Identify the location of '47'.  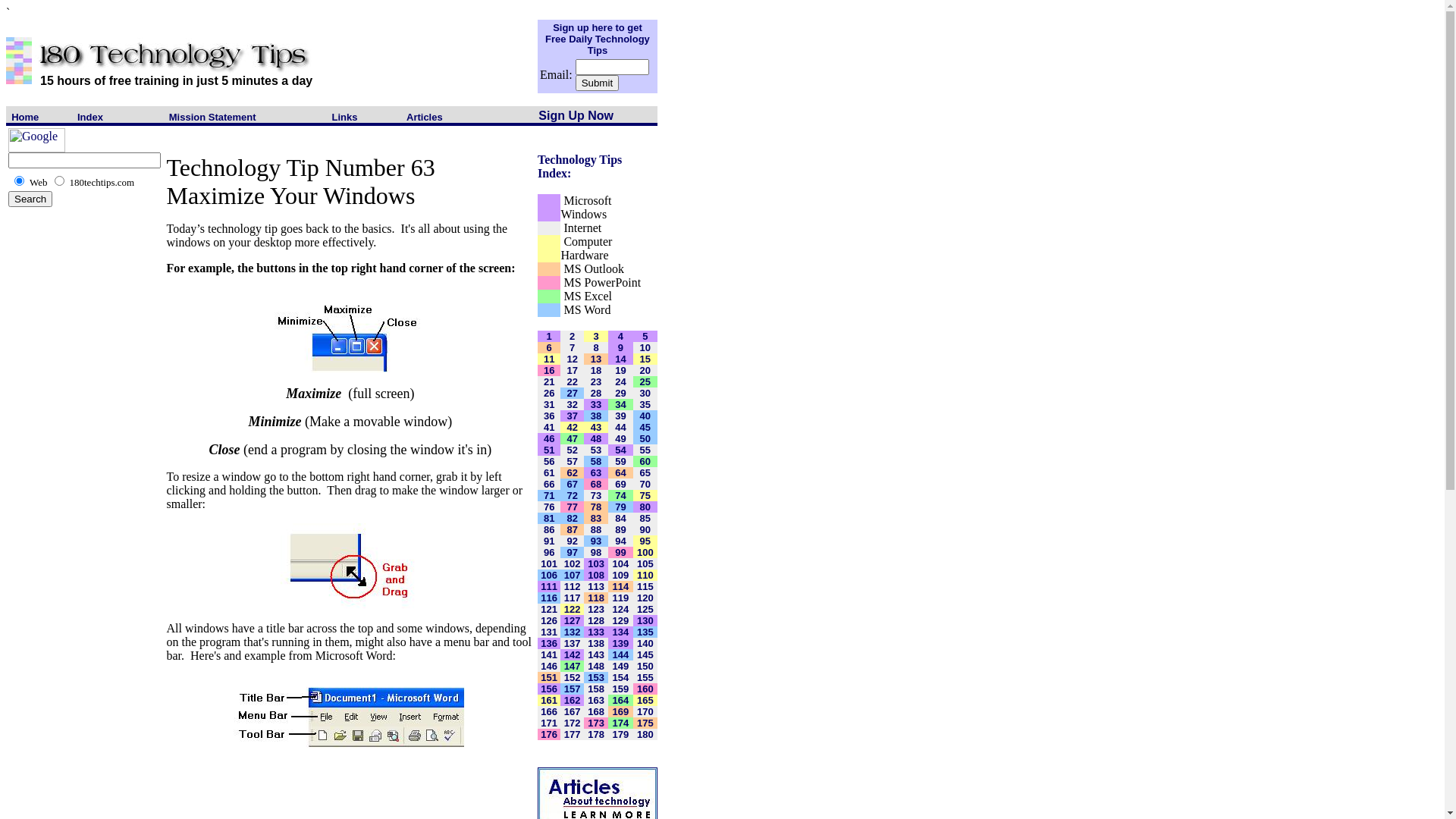
(570, 438).